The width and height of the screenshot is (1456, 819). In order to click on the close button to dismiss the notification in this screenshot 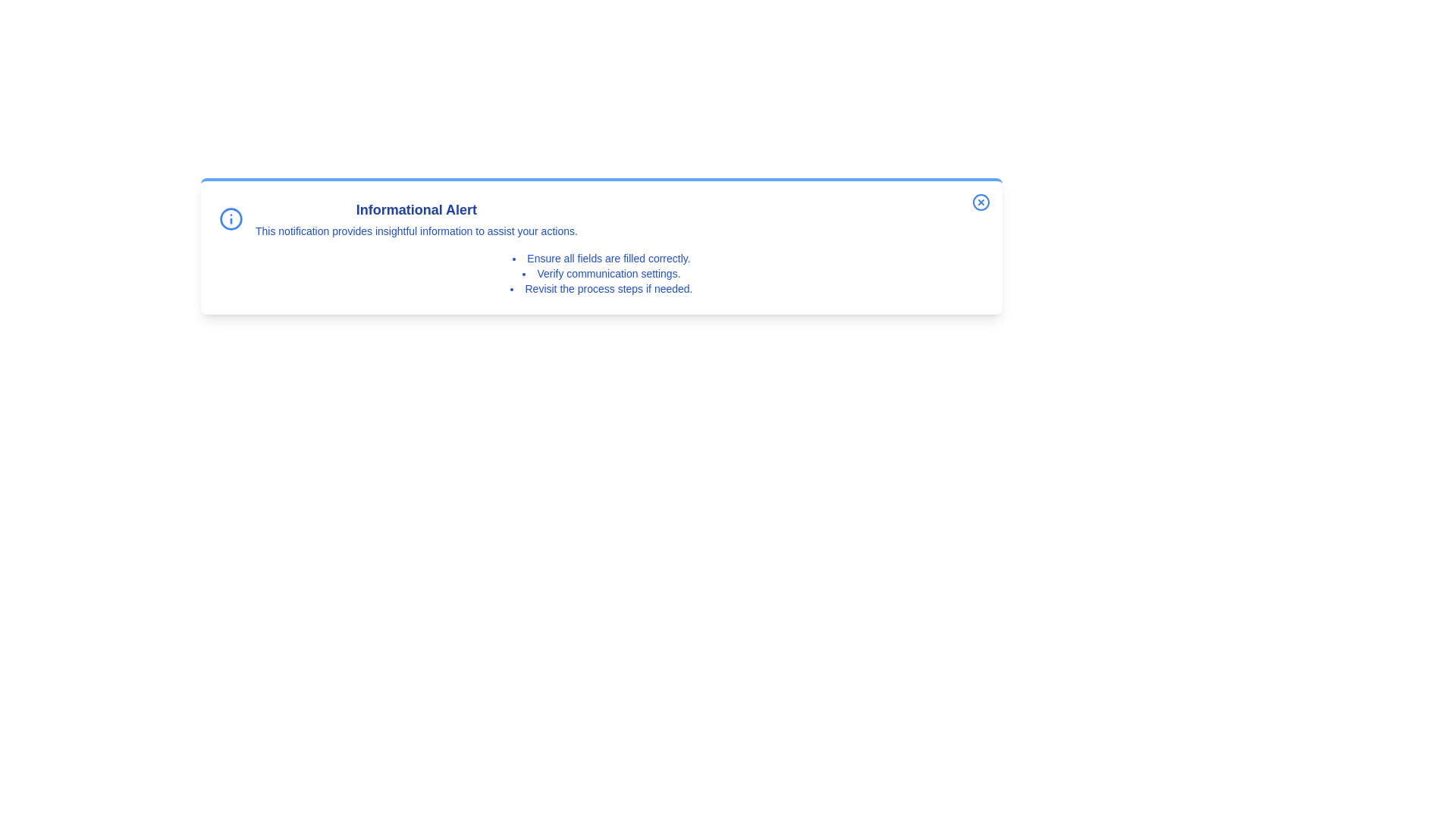, I will do `click(981, 201)`.